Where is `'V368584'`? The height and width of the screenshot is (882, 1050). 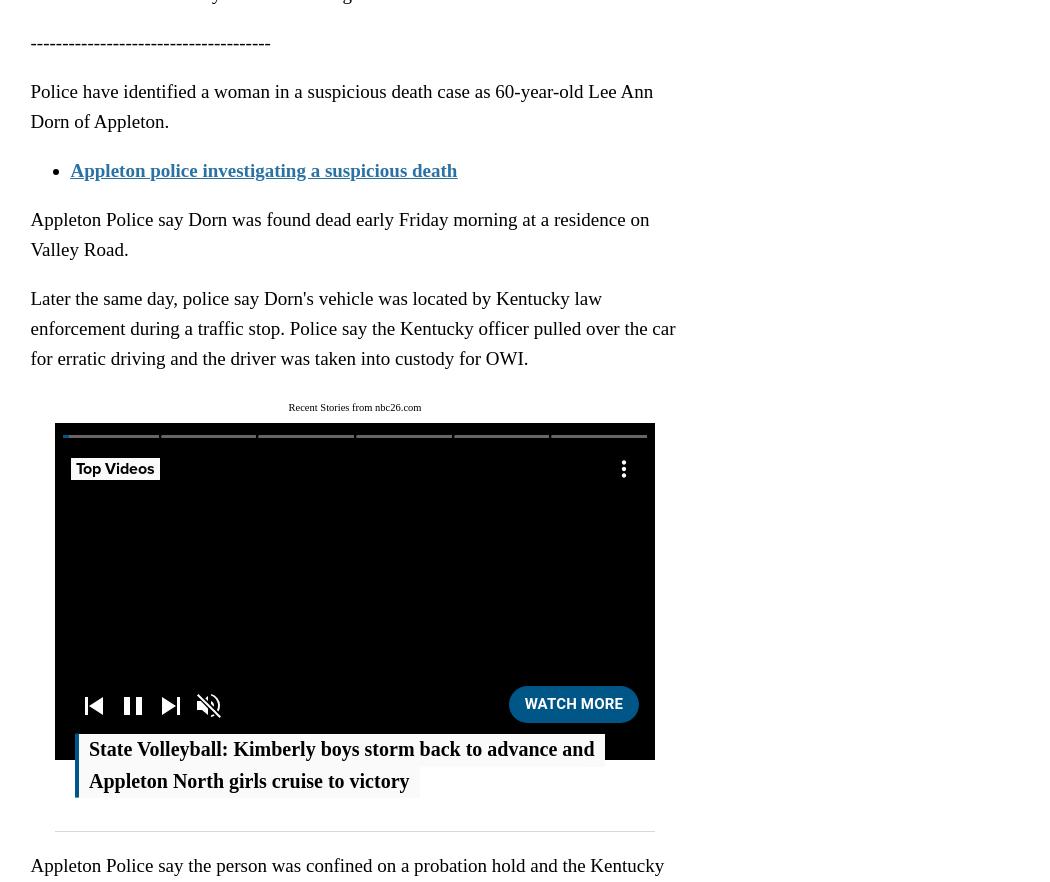
'V368584' is located at coordinates (340, 482).